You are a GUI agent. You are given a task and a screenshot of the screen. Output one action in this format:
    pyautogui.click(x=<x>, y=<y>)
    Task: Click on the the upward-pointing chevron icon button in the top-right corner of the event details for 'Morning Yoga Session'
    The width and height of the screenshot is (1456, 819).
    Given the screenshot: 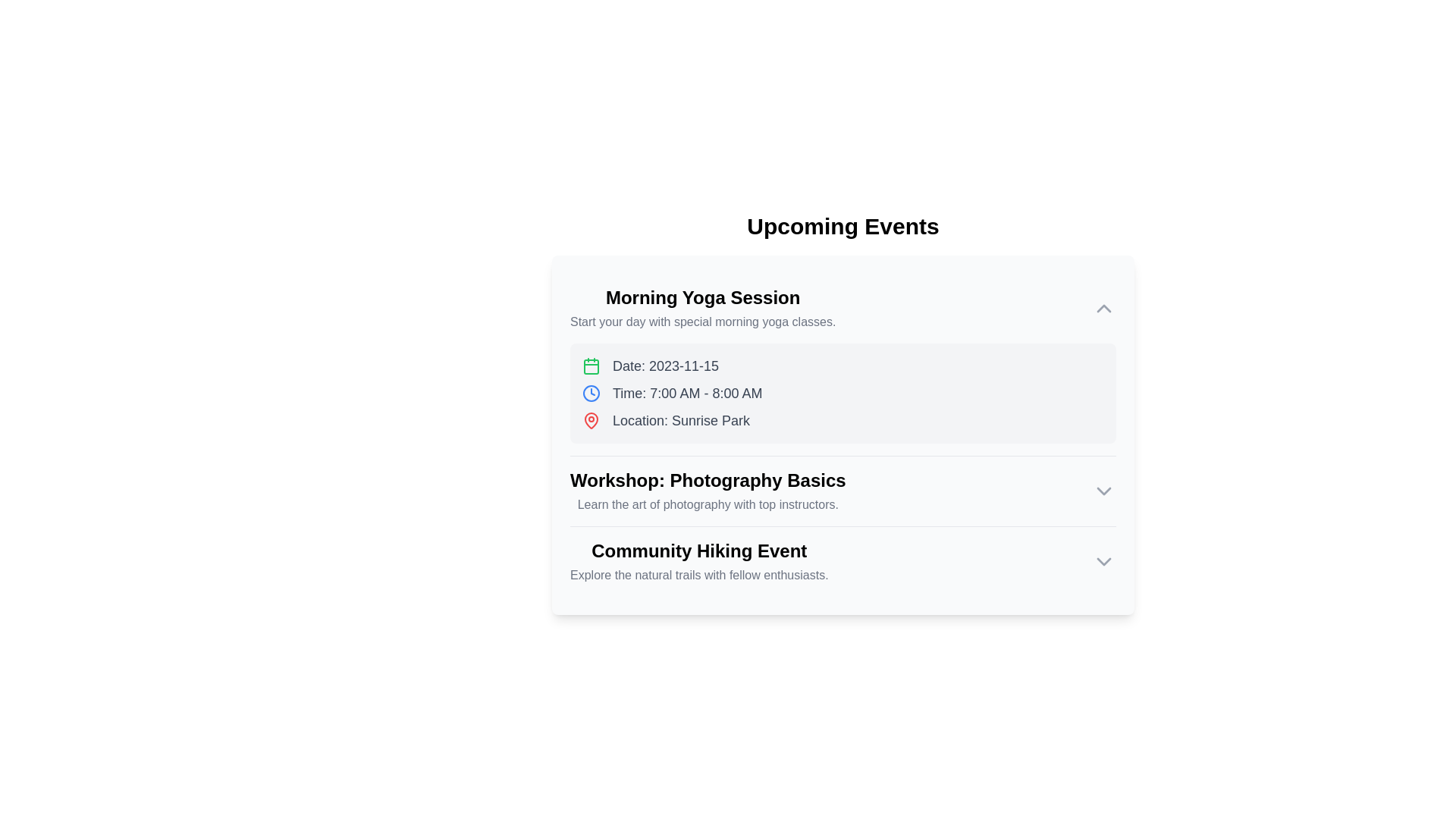 What is the action you would take?
    pyautogui.click(x=1103, y=308)
    